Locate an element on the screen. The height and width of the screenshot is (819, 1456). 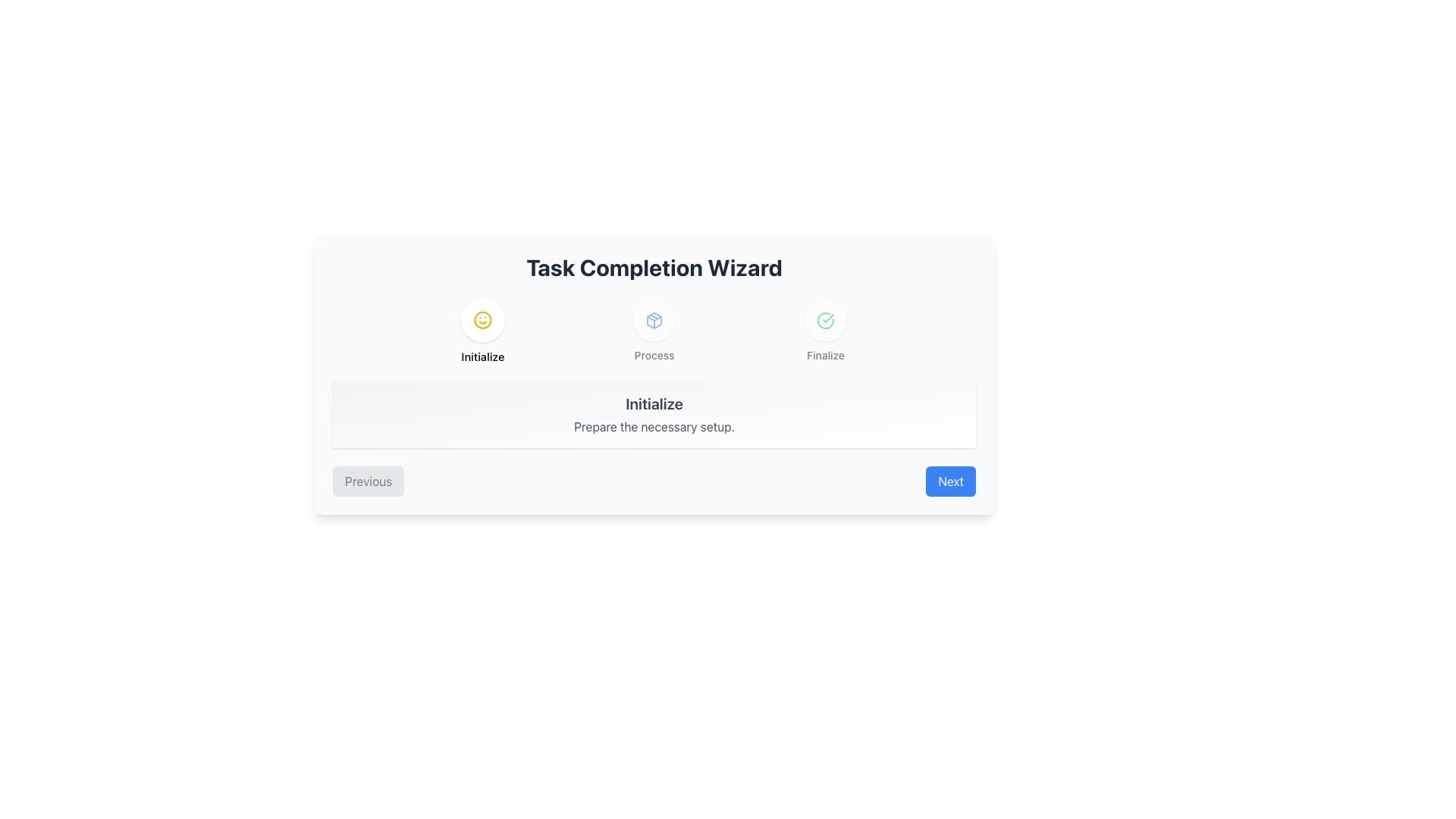
the 'Next' button with a blue background and white text is located at coordinates (950, 482).